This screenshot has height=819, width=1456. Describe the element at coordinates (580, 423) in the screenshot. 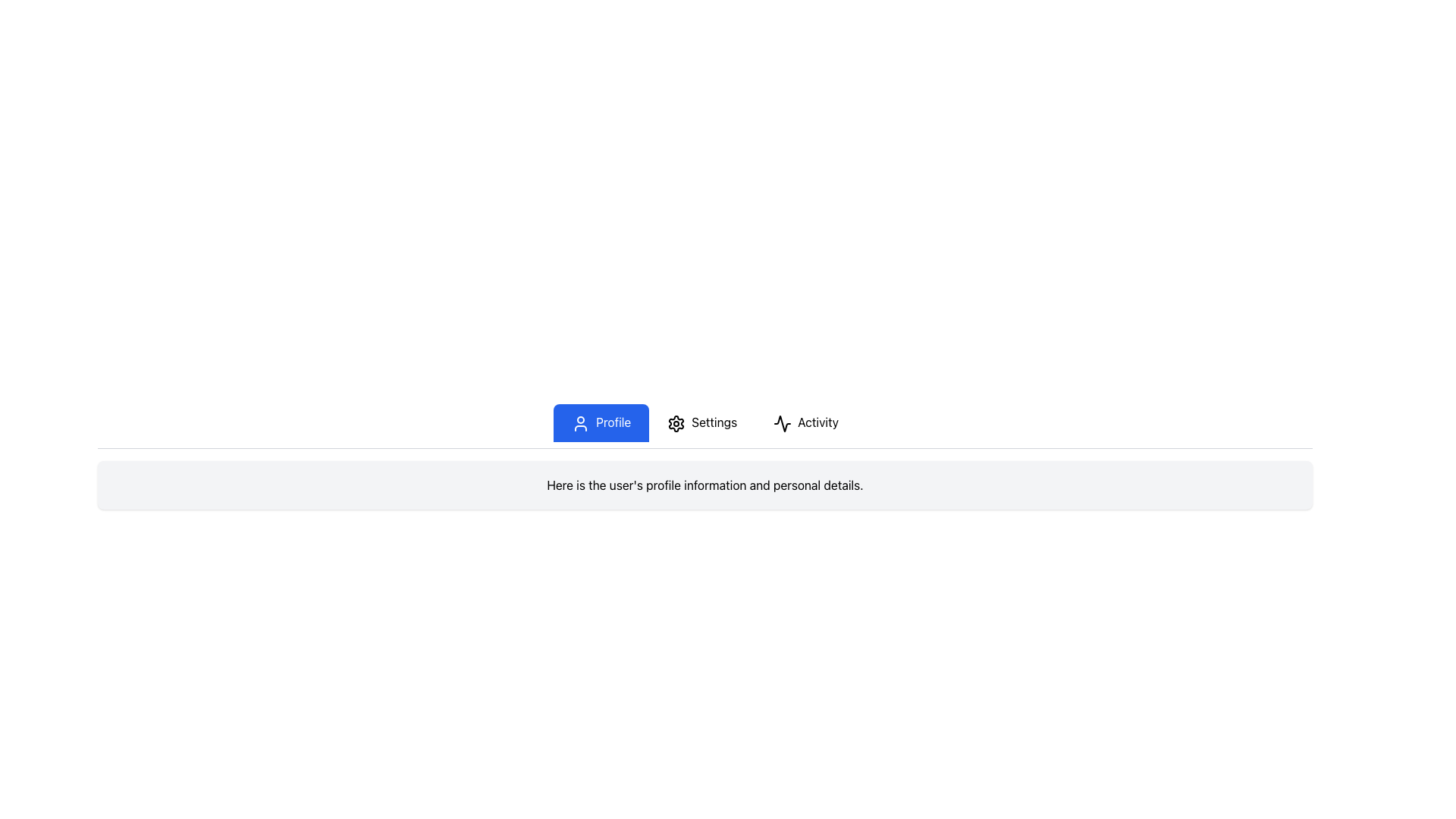

I see `the 'Profile' tab icon located at the left end of the tab navigation bar` at that location.